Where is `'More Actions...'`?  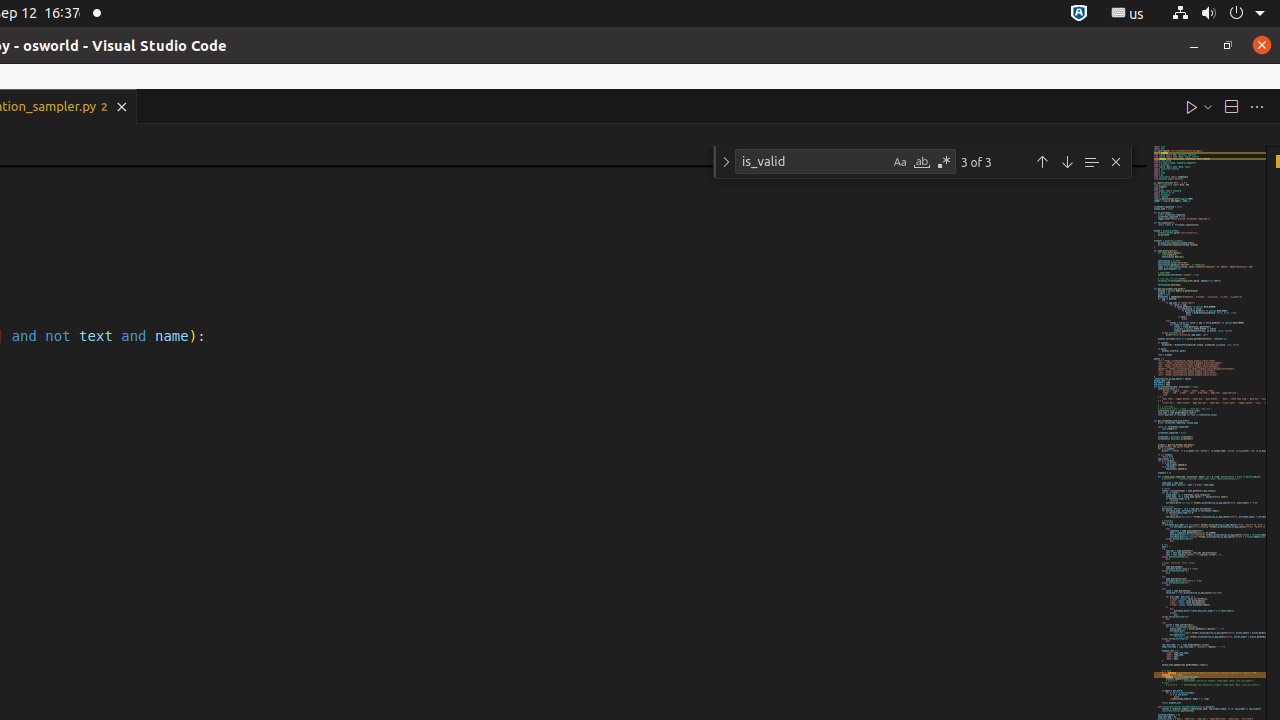 'More Actions...' is located at coordinates (1255, 106).